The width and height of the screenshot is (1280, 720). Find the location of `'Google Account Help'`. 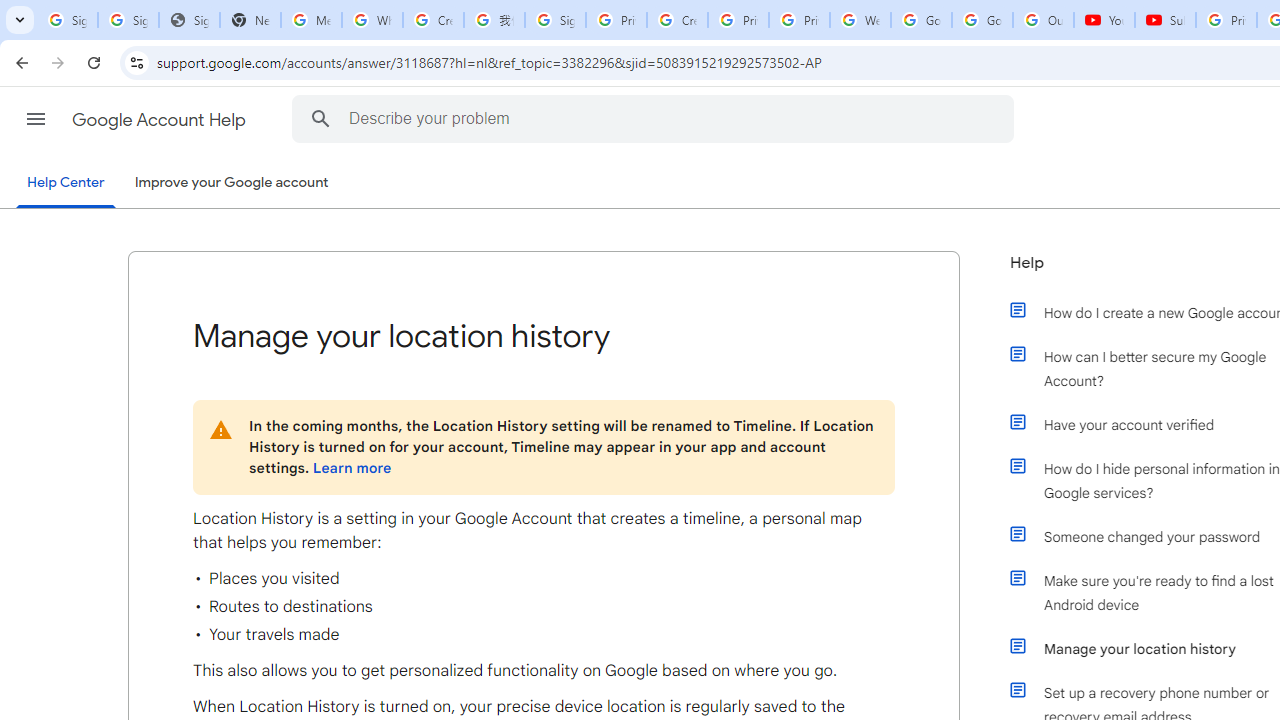

'Google Account Help' is located at coordinates (160, 119).